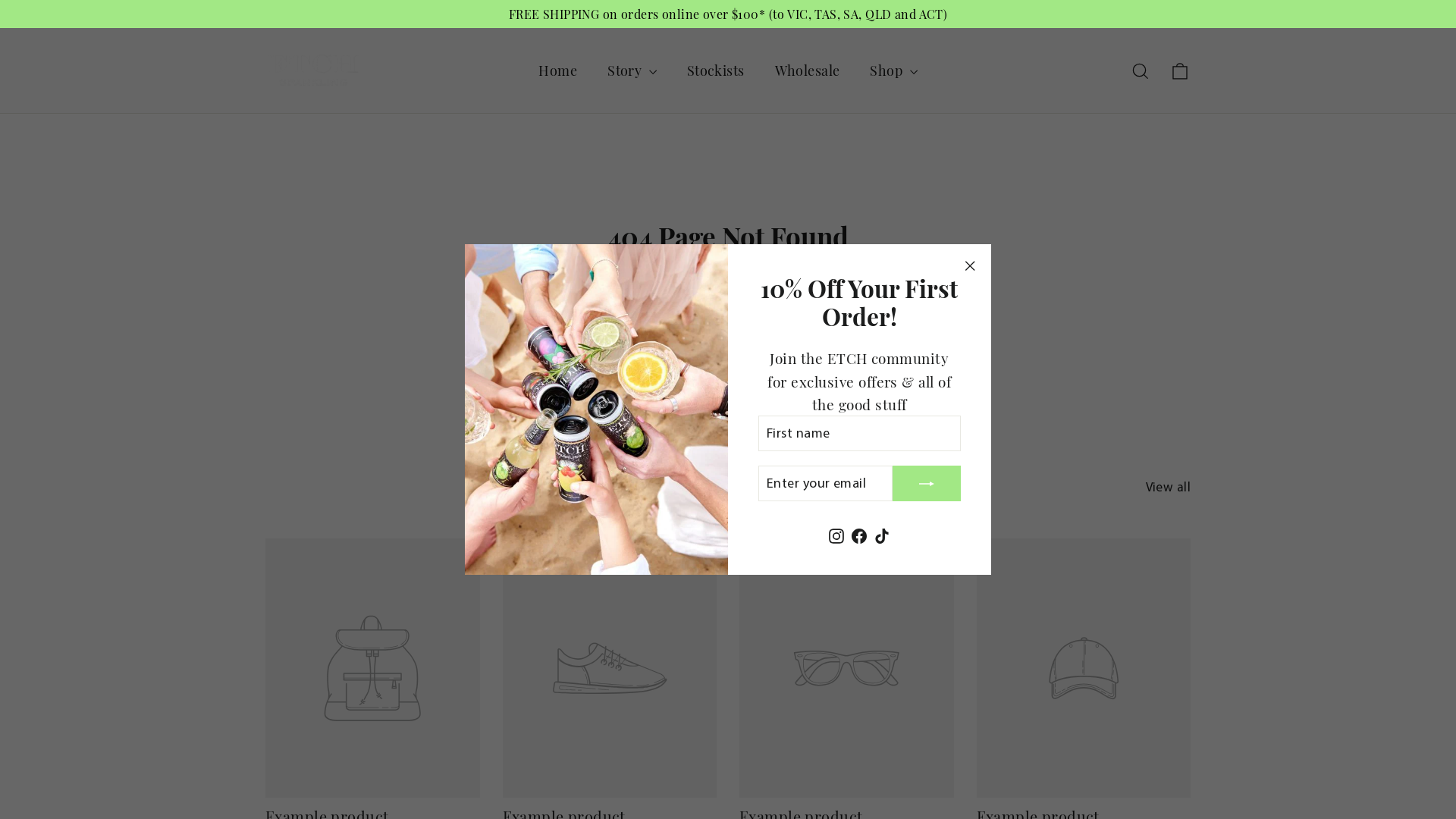 This screenshot has height=819, width=1456. Describe the element at coordinates (1140, 70) in the screenshot. I see `'Search'` at that location.